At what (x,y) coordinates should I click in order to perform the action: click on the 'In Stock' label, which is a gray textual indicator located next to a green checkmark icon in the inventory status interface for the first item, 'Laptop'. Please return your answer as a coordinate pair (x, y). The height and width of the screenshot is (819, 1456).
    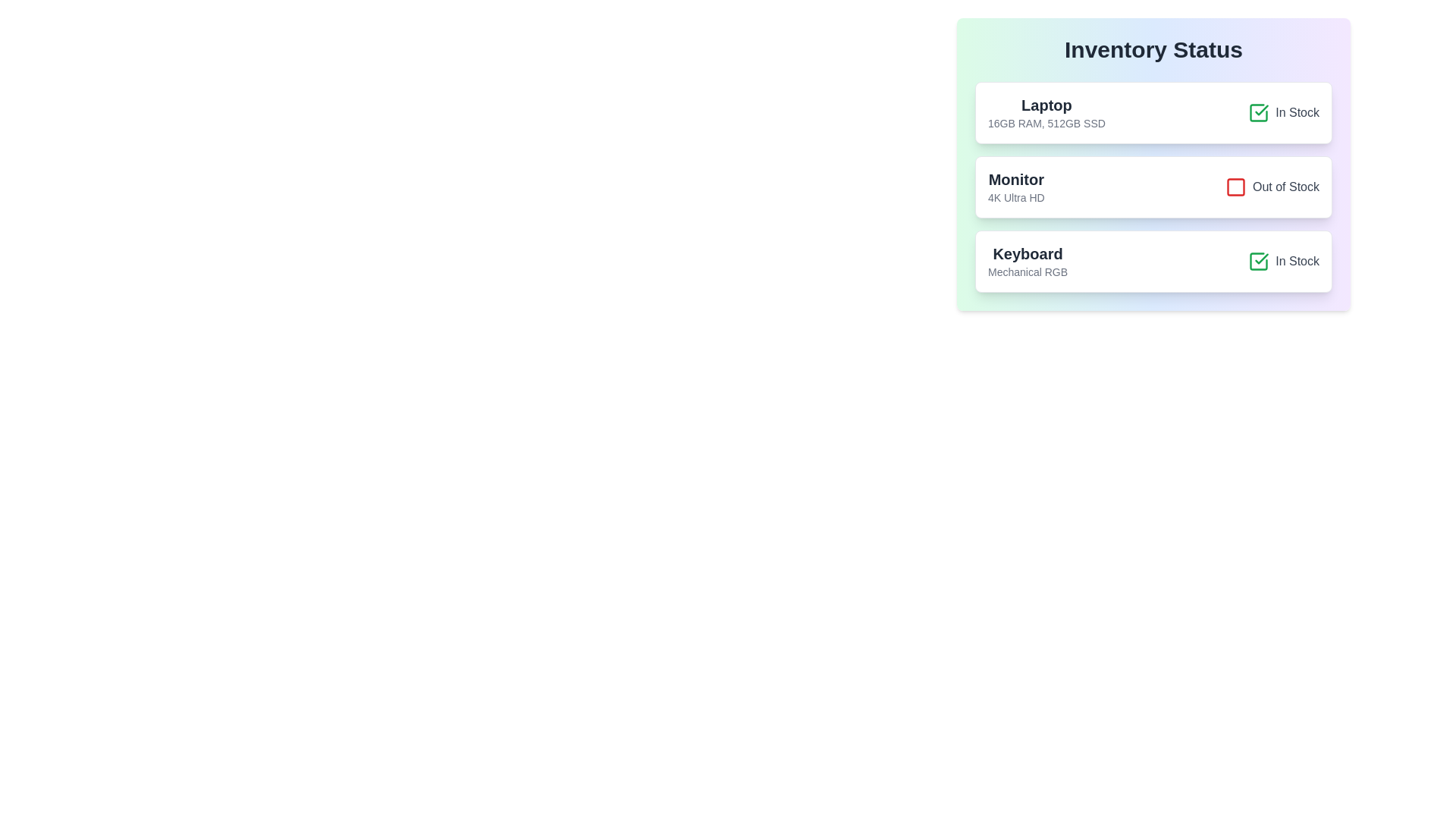
    Looking at the image, I should click on (1297, 112).